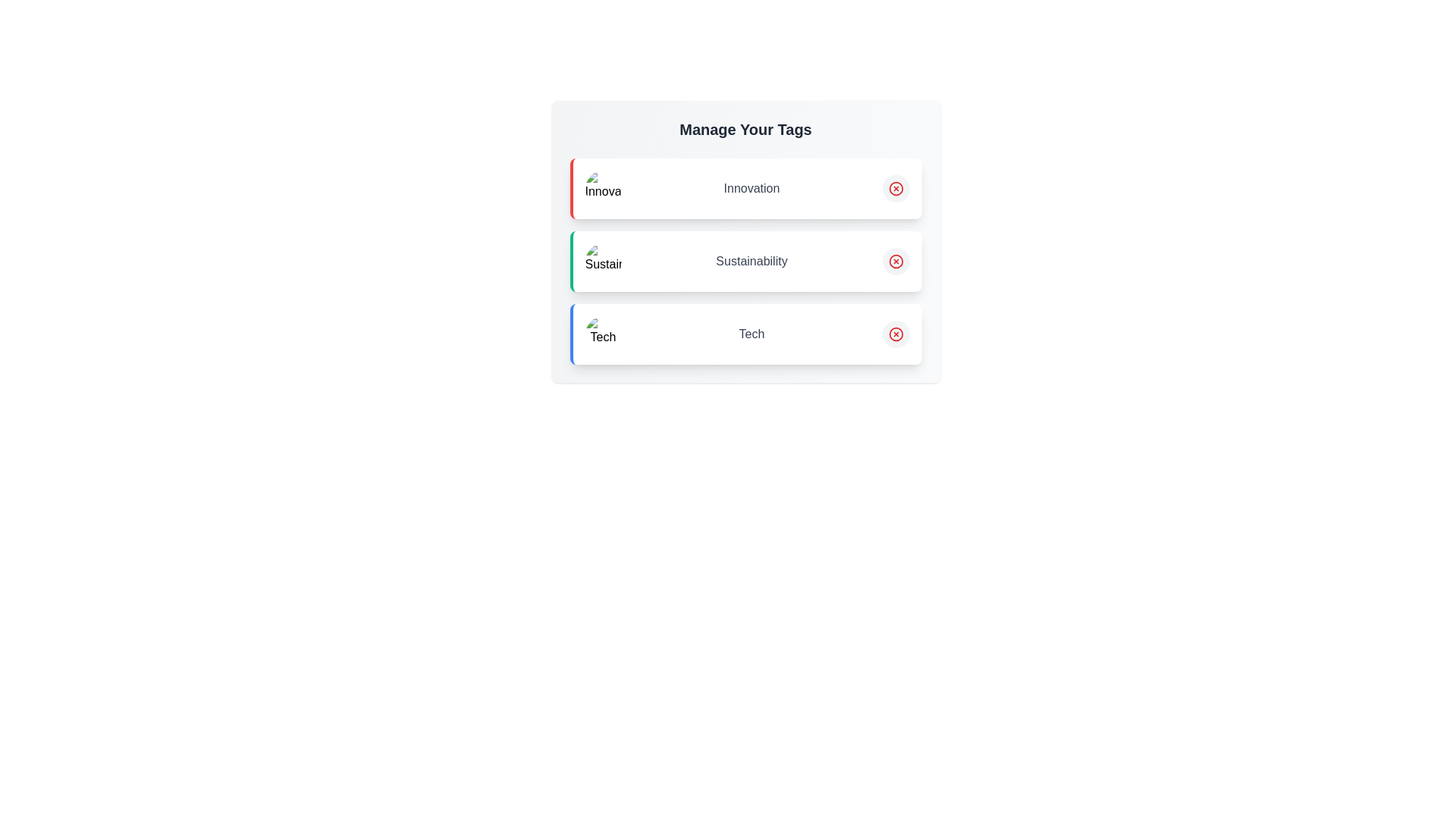 This screenshot has width=1456, height=819. What do you see at coordinates (602, 260) in the screenshot?
I see `the image associated with the tag Sustainability to inspect it` at bounding box center [602, 260].